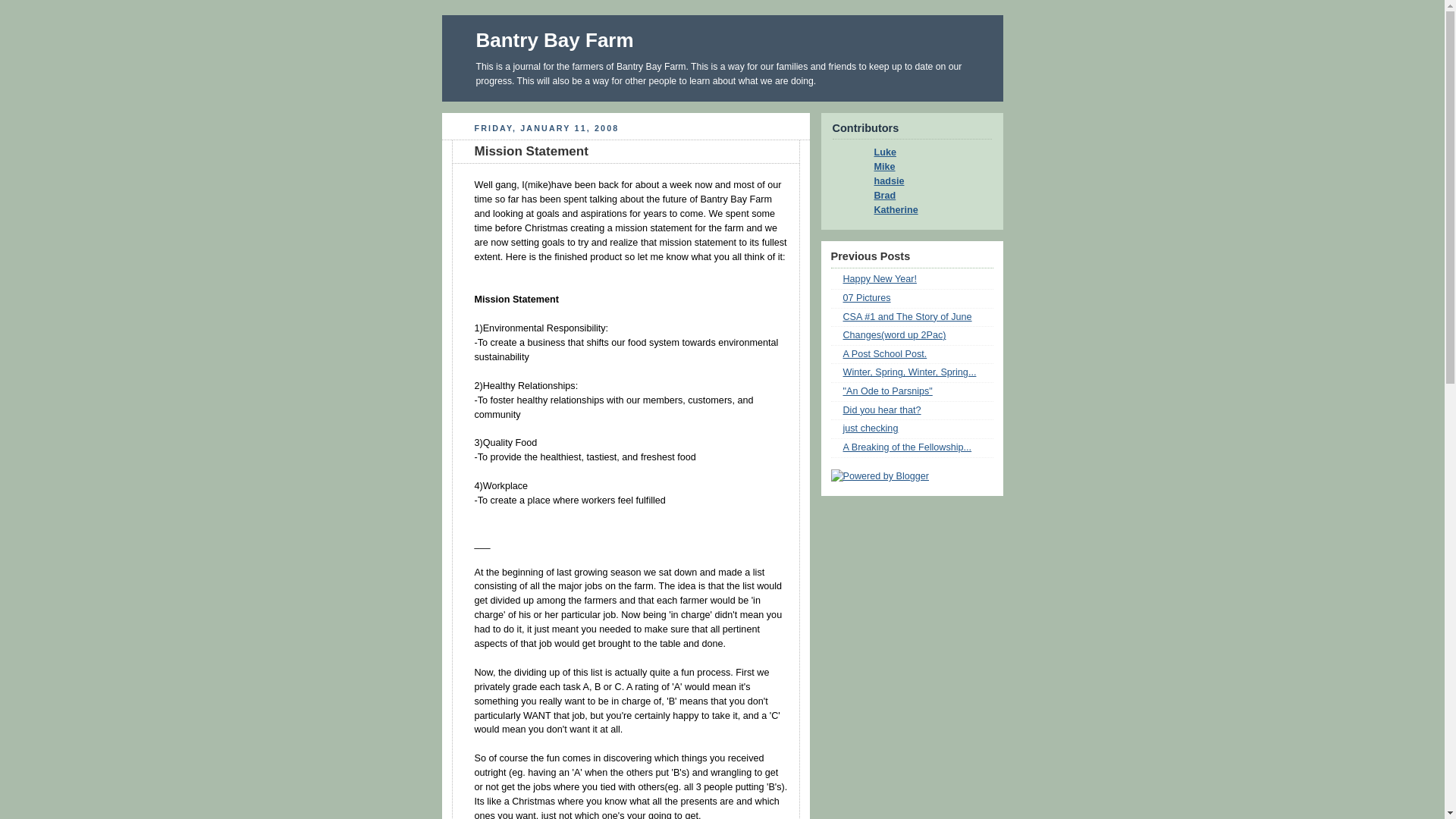  Describe the element at coordinates (843, 334) in the screenshot. I see `'Changes(word up 2Pac)'` at that location.